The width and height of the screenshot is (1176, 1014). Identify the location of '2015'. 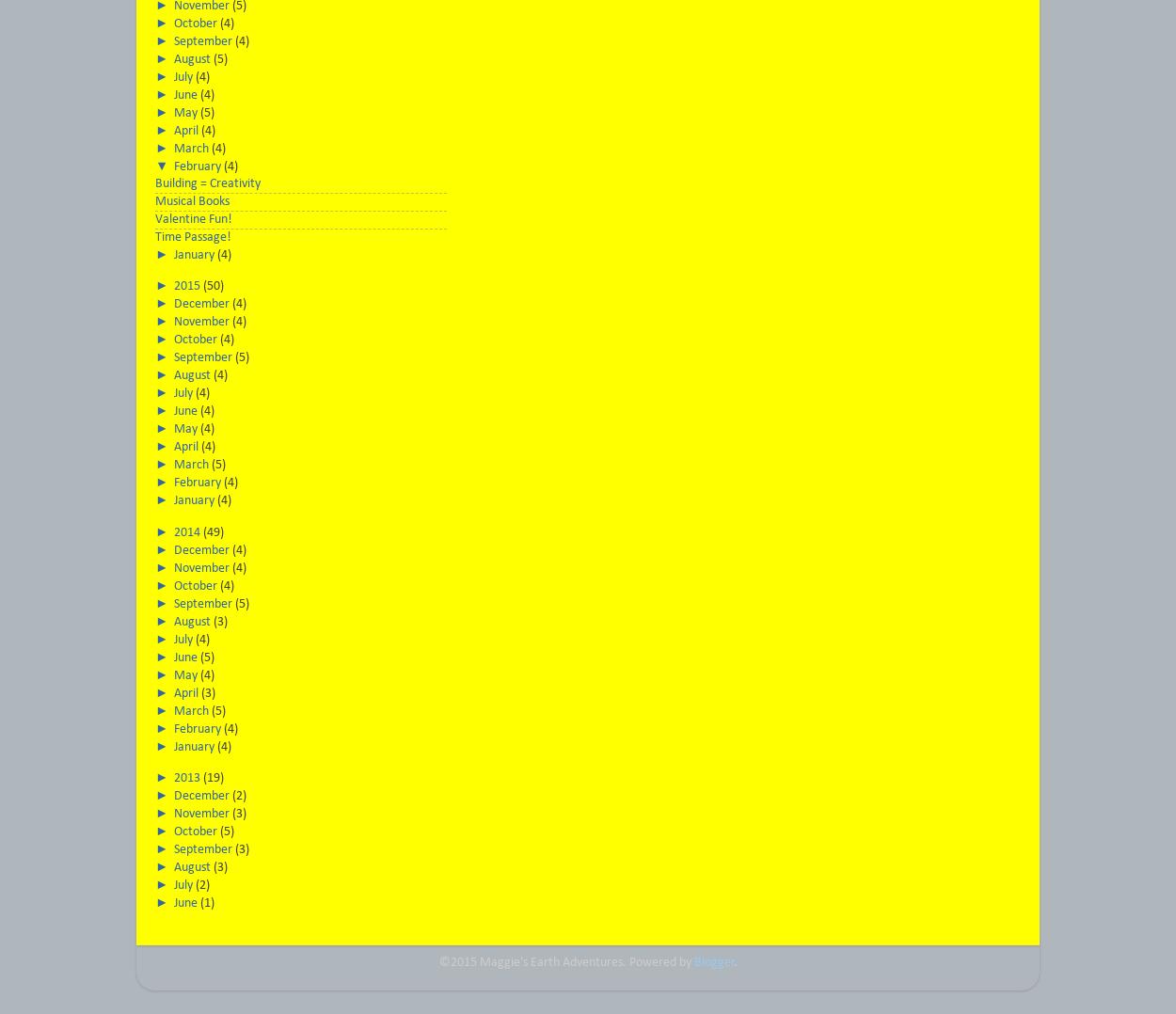
(187, 286).